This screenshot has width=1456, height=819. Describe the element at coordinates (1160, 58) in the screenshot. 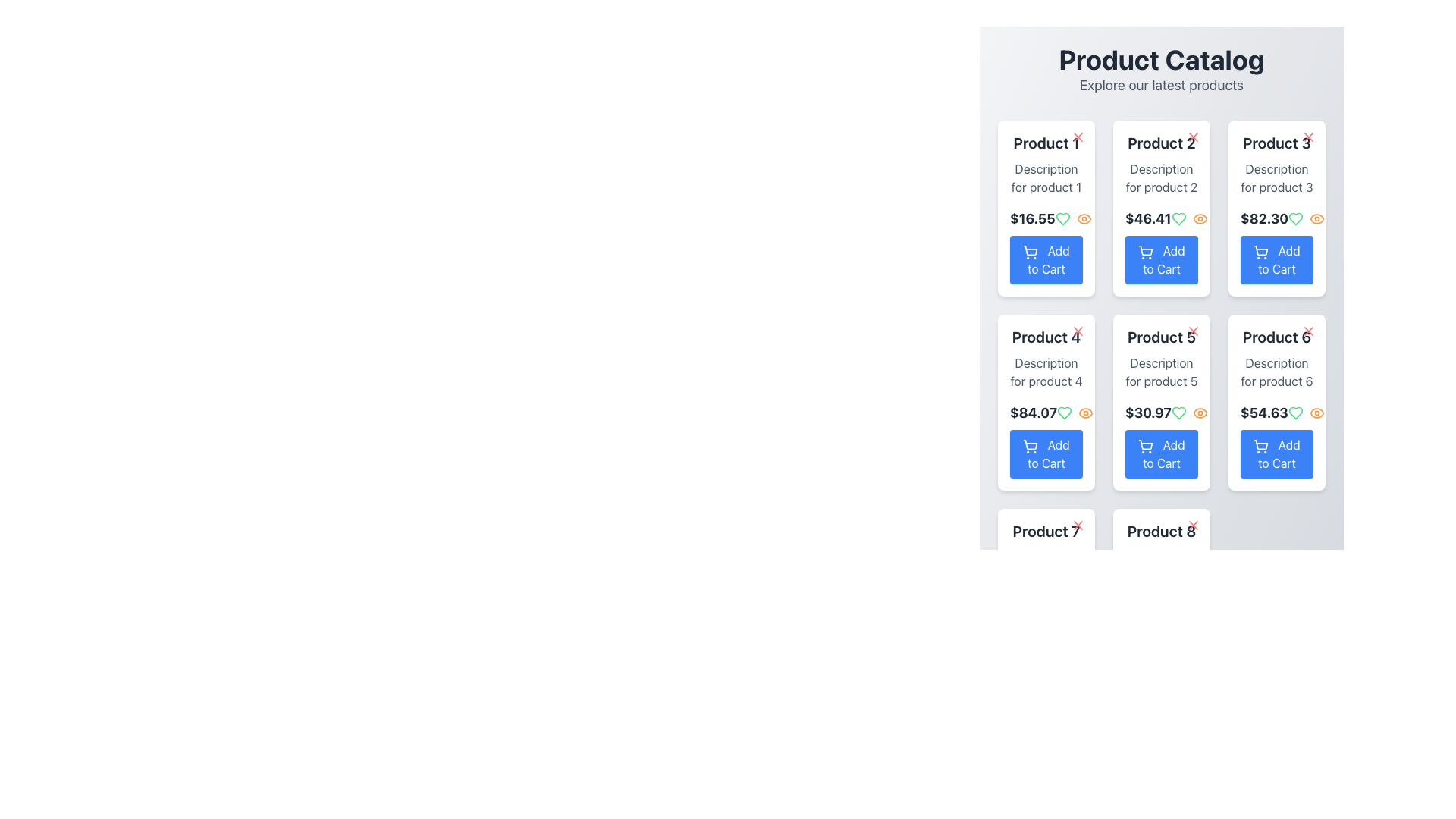

I see `the 'Product Catalog' header text, which is styled as large, bold black text and is located at the top of the list section of the interface` at that location.